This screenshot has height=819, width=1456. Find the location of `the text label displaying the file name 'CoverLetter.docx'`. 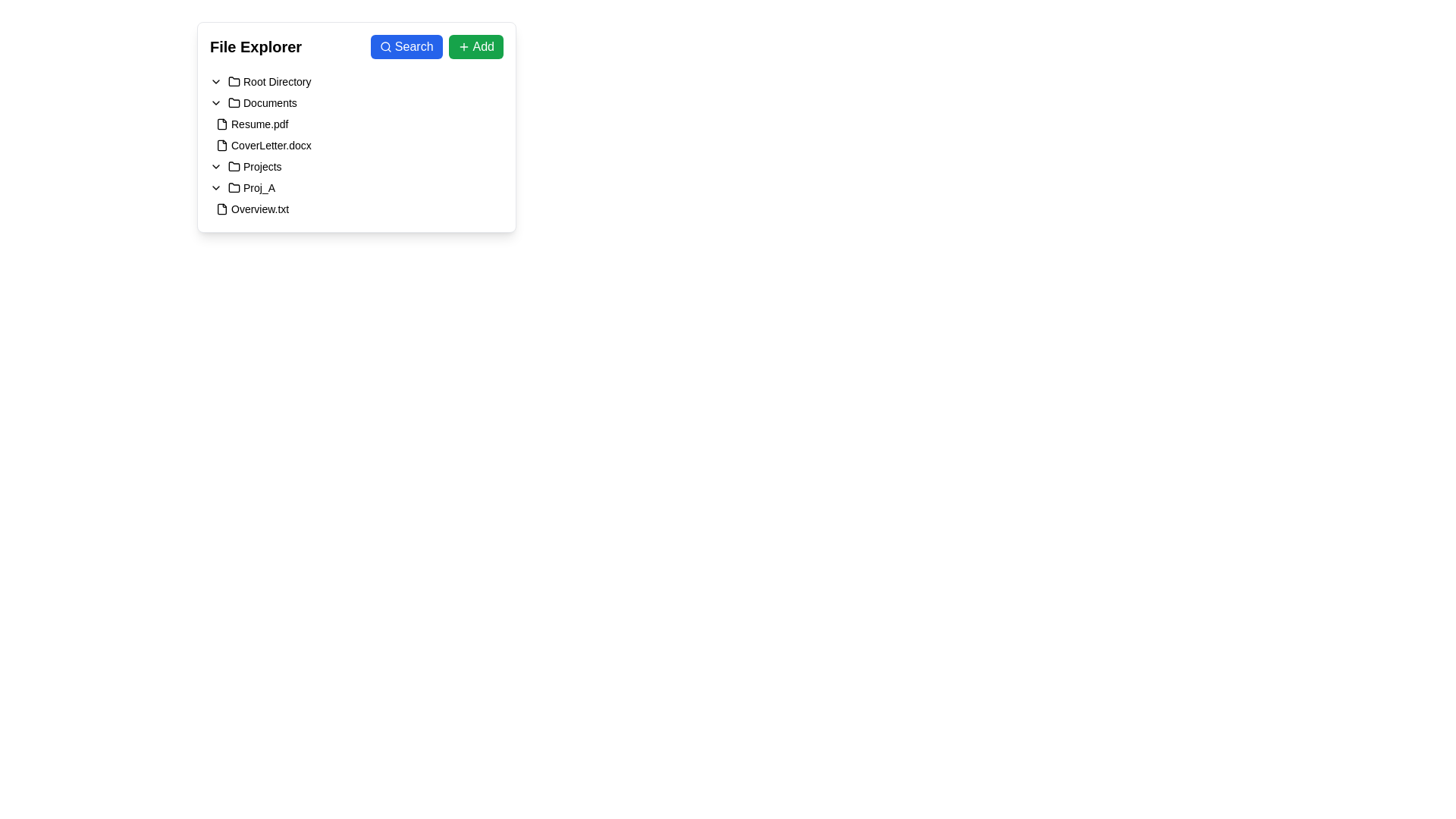

the text label displaying the file name 'CoverLetter.docx' is located at coordinates (271, 146).